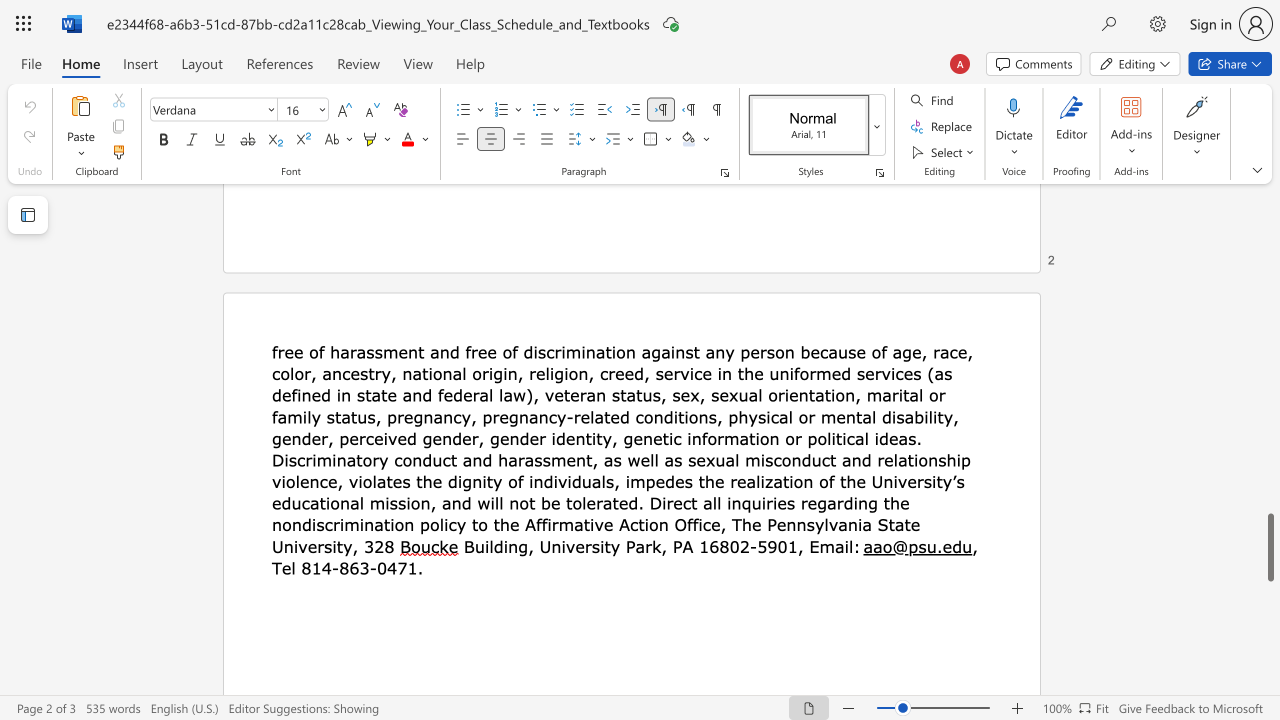  I want to click on the page's right scrollbar for upward movement, so click(1269, 300).